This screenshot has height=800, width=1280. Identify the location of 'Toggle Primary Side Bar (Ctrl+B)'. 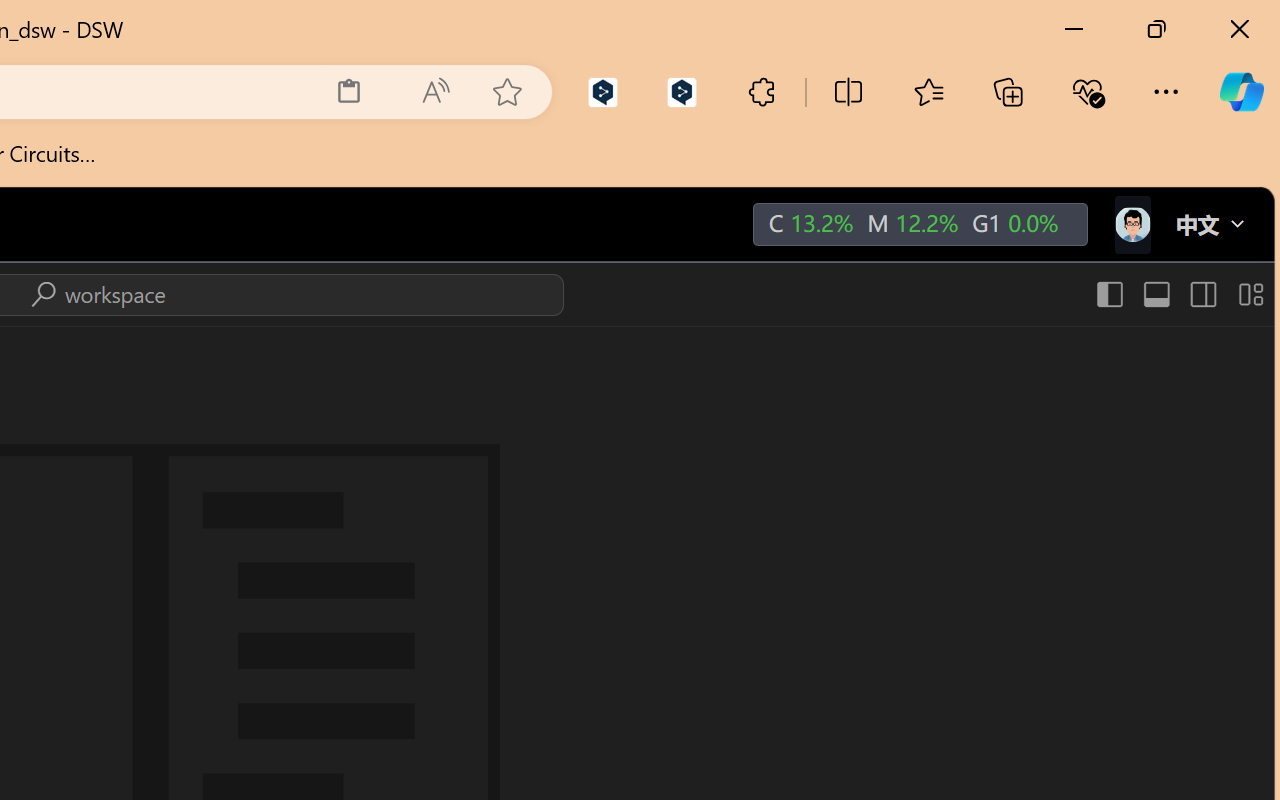
(1108, 294).